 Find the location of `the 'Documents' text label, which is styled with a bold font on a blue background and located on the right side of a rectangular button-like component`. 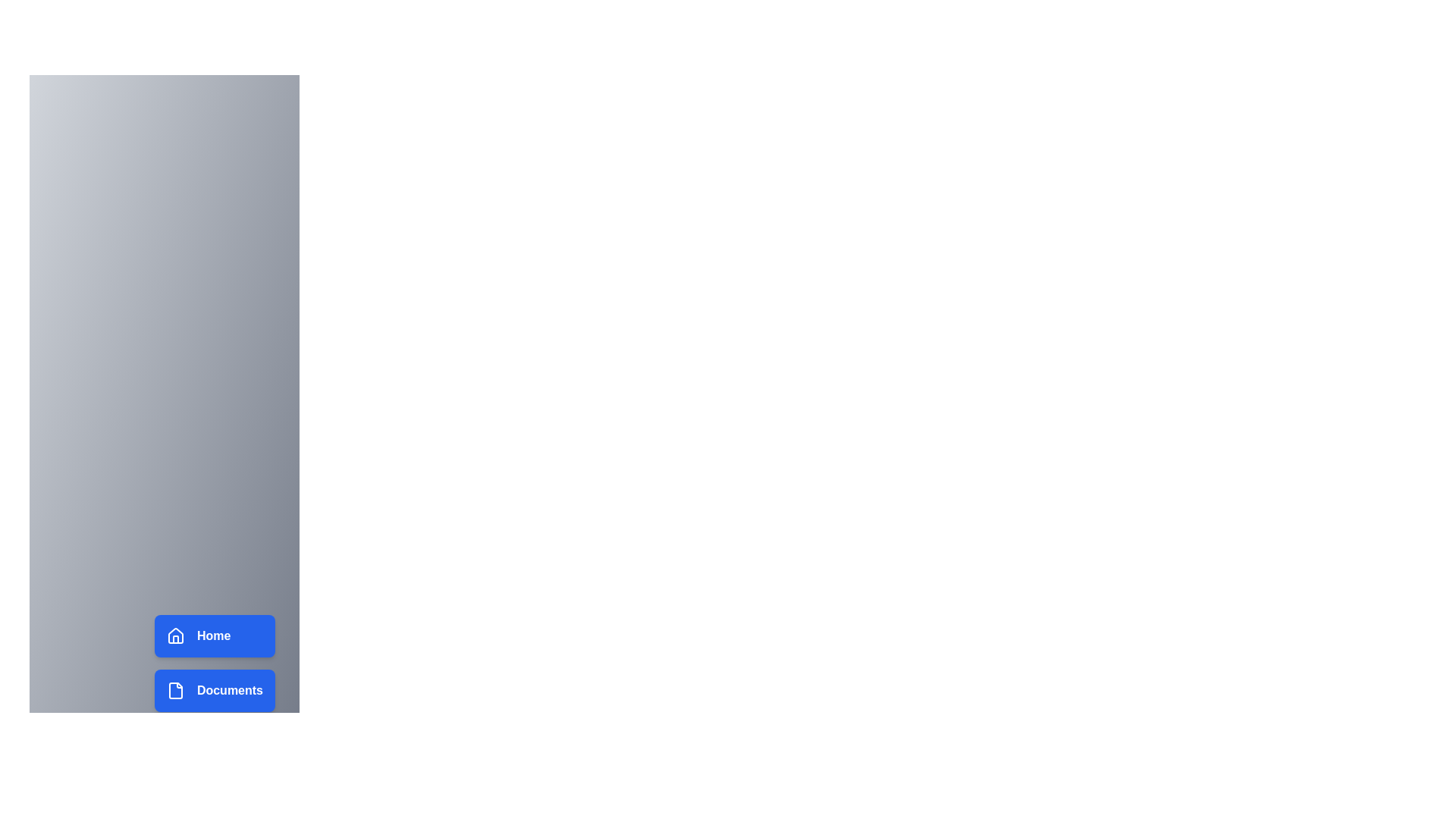

the 'Documents' text label, which is styled with a bold font on a blue background and located on the right side of a rectangular button-like component is located at coordinates (229, 690).